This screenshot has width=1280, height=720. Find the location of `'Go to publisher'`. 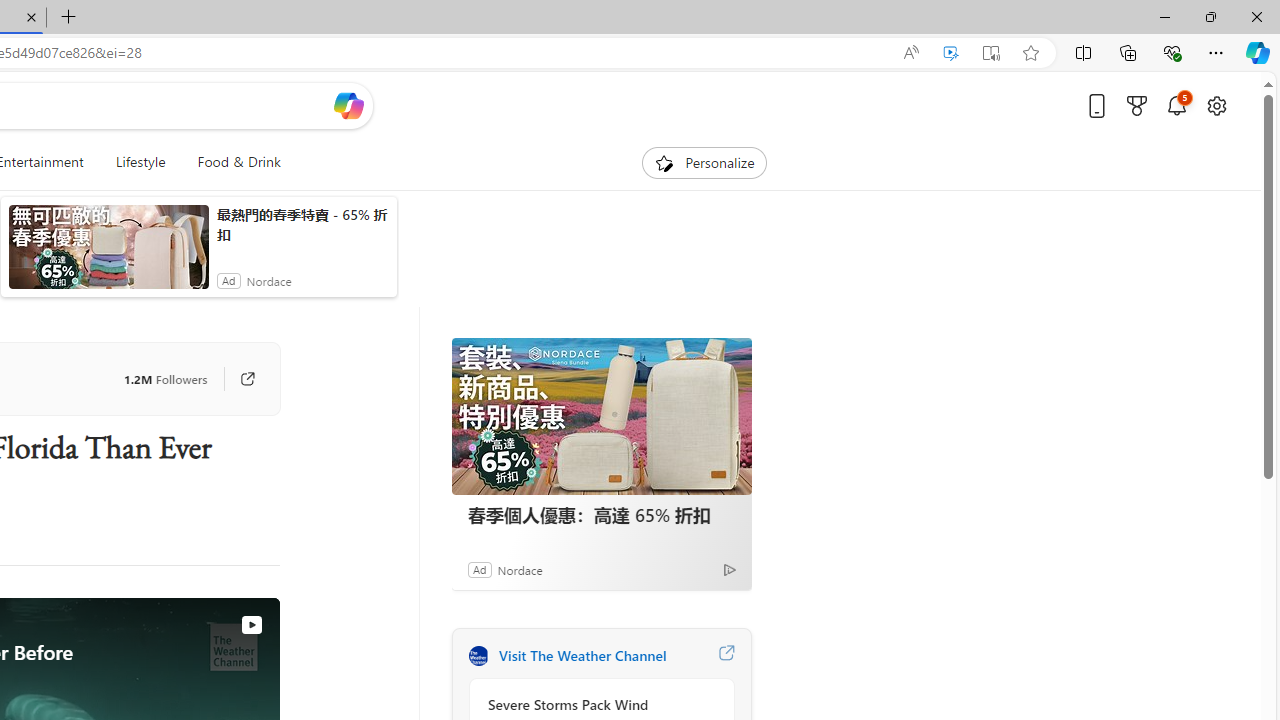

'Go to publisher' is located at coordinates (237, 379).